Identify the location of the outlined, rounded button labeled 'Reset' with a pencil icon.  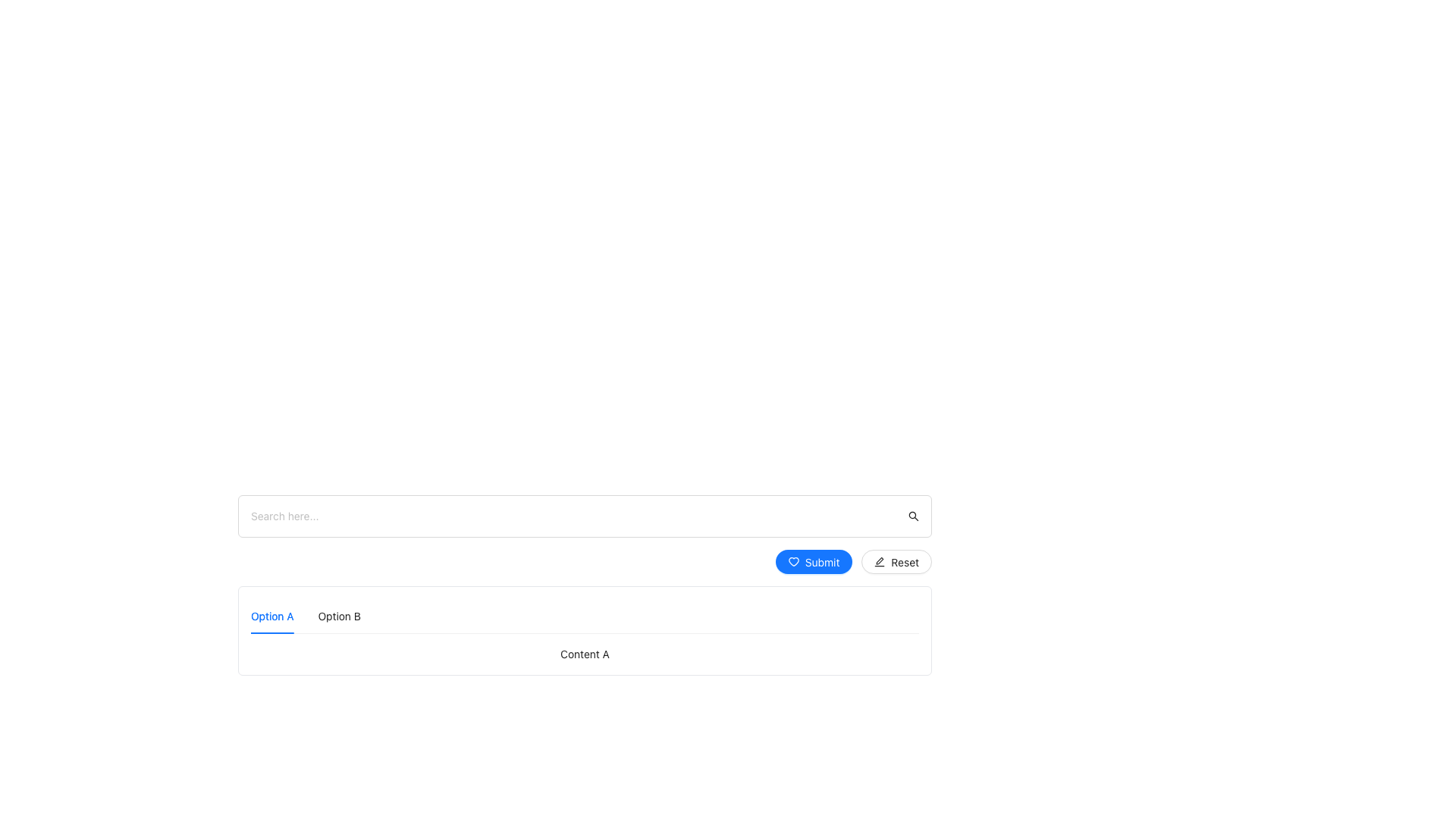
(896, 561).